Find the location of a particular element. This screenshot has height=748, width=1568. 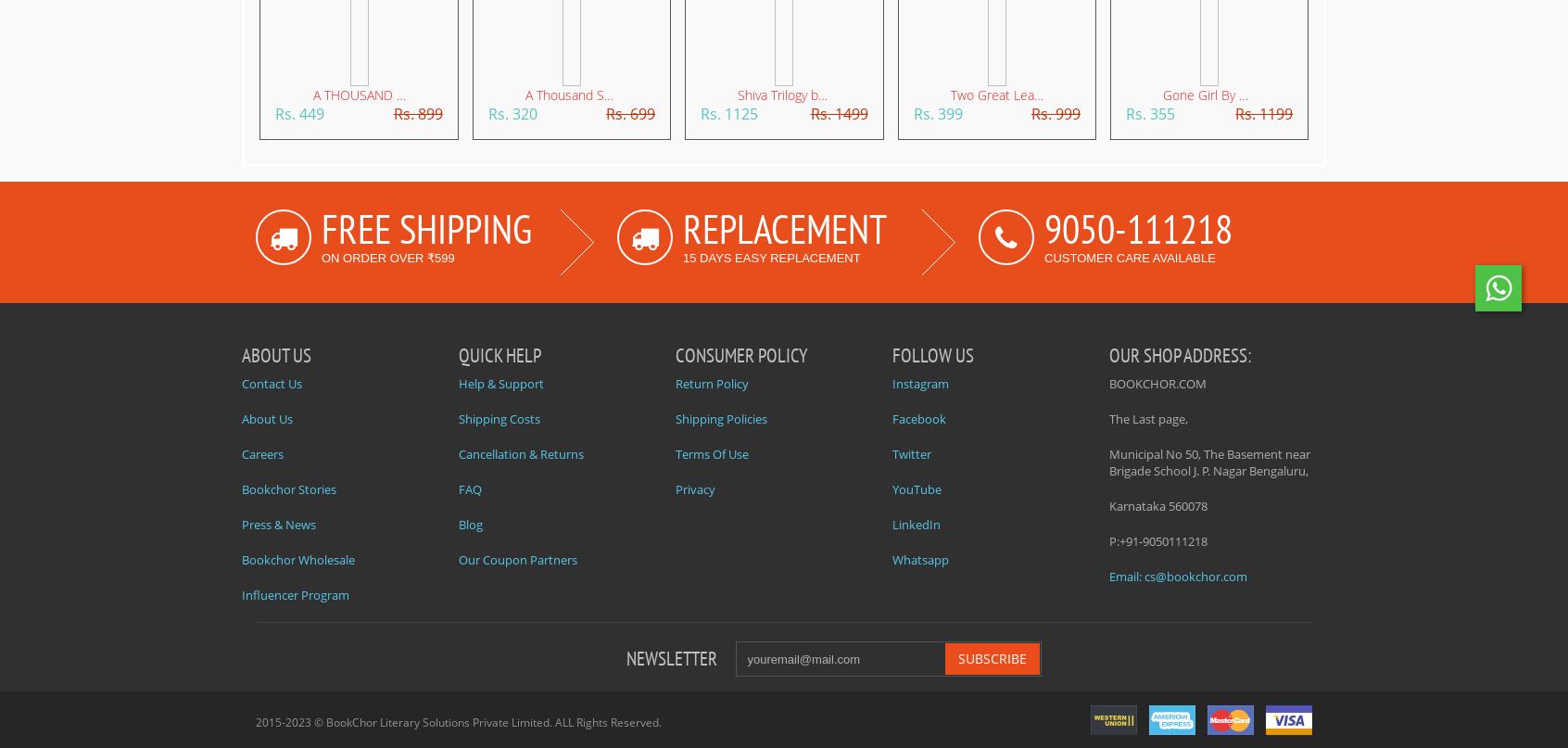

'CONSUMER POLICY' is located at coordinates (741, 355).